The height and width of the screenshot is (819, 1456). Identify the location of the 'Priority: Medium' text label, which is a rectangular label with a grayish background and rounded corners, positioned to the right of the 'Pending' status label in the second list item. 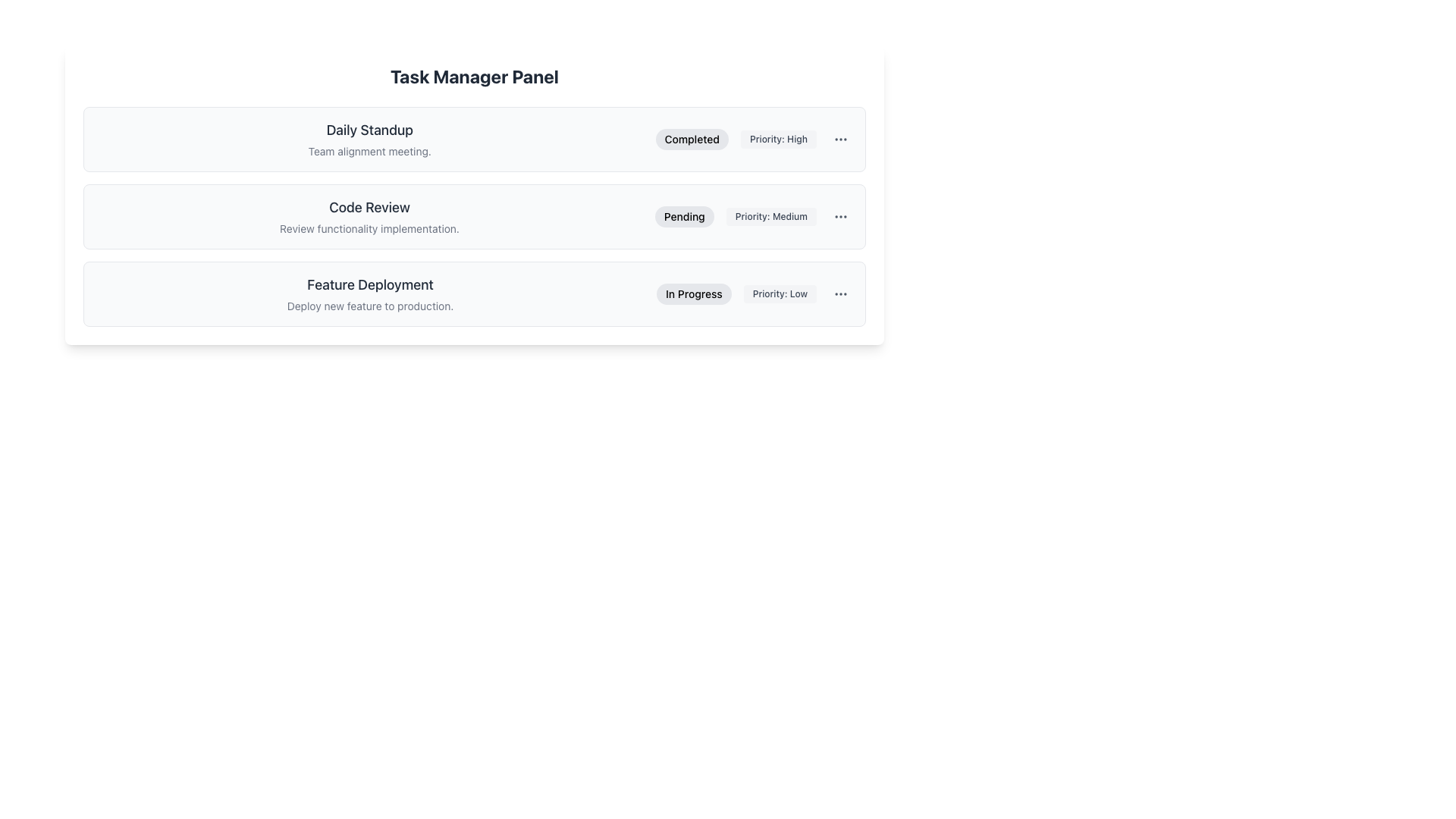
(771, 216).